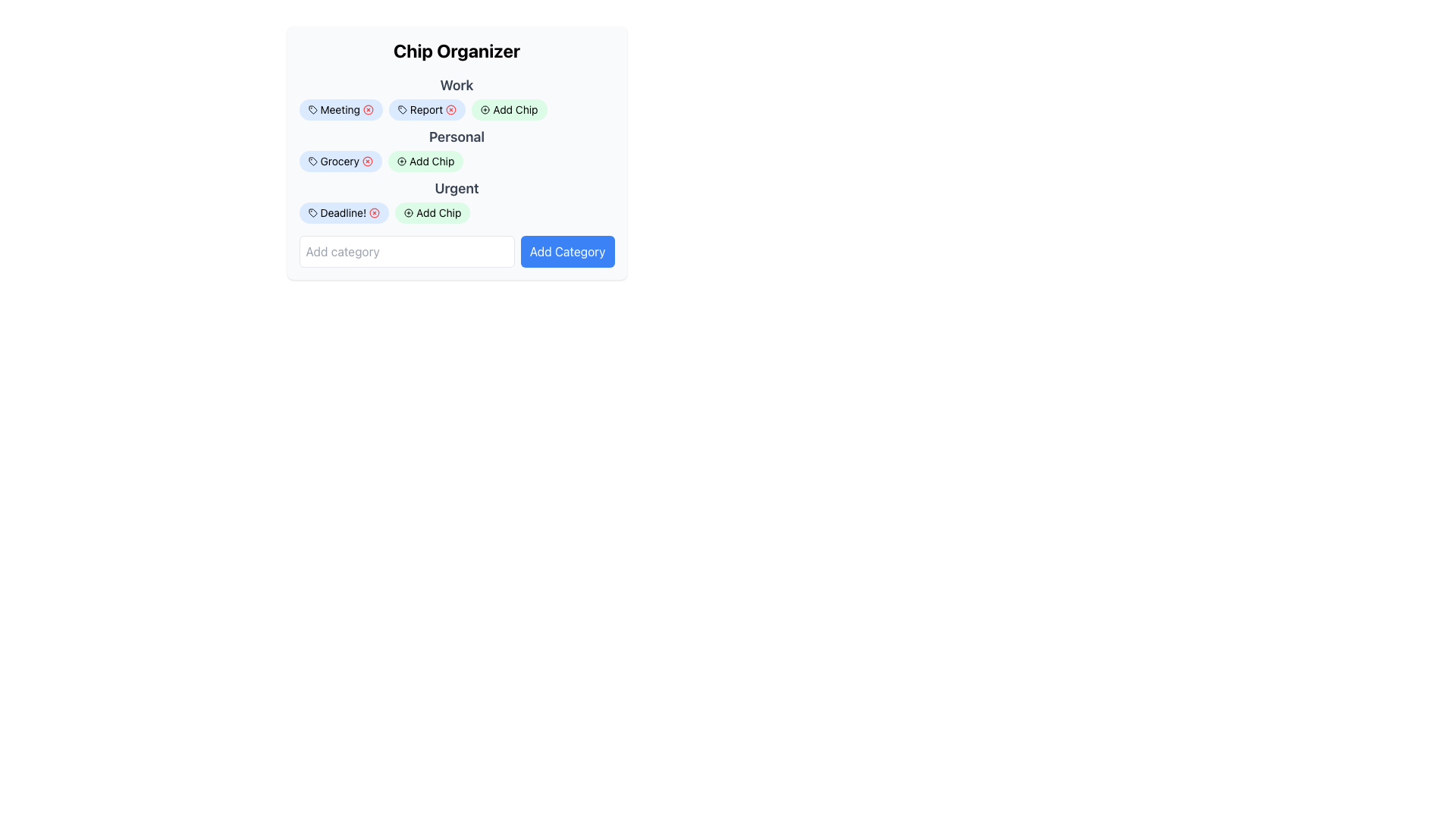 The image size is (1456, 819). I want to click on the red cross icon of the 'Report' chip, so click(426, 109).